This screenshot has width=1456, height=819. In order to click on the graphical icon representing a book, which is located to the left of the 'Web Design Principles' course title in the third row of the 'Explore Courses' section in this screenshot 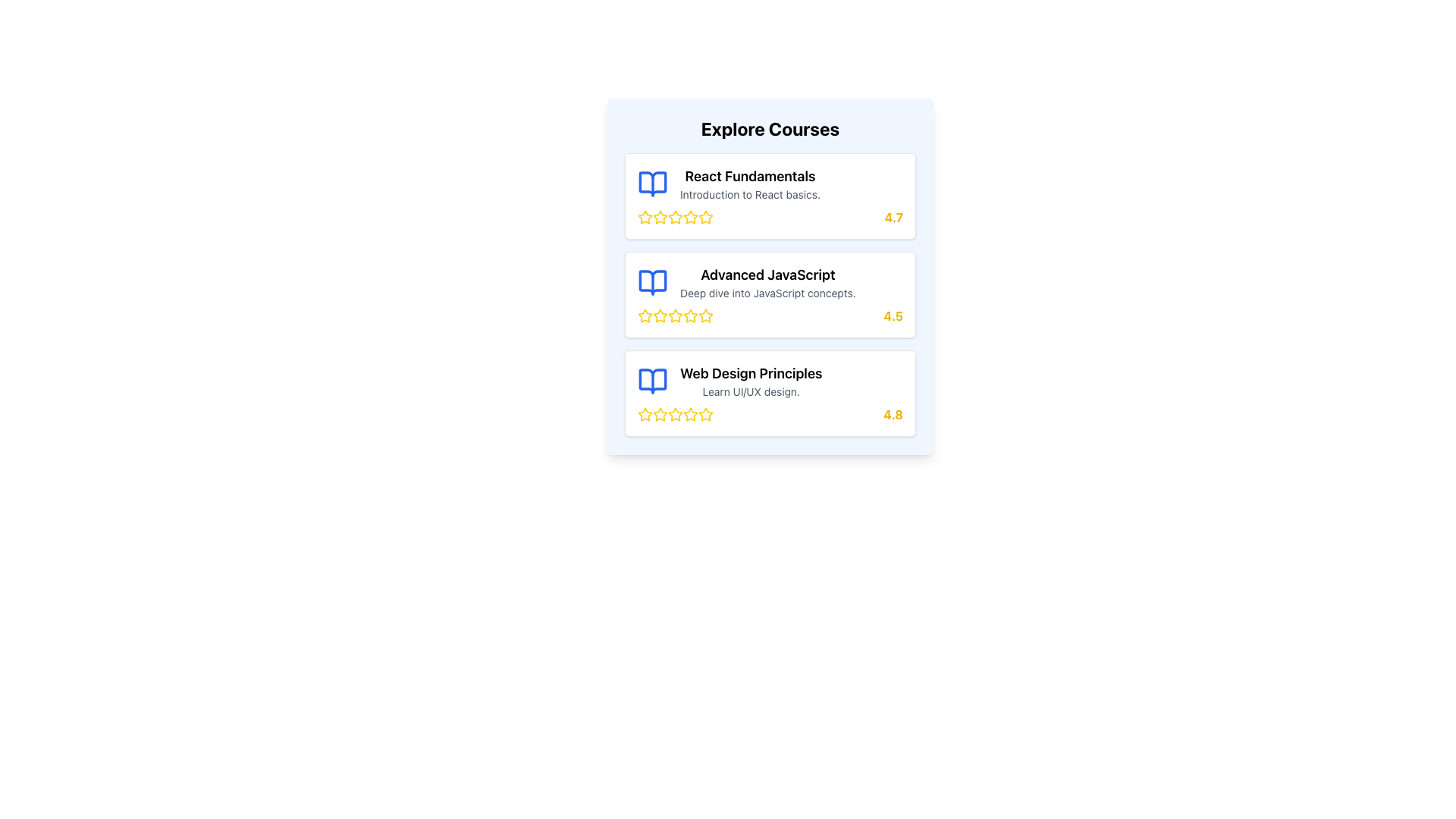, I will do `click(652, 380)`.